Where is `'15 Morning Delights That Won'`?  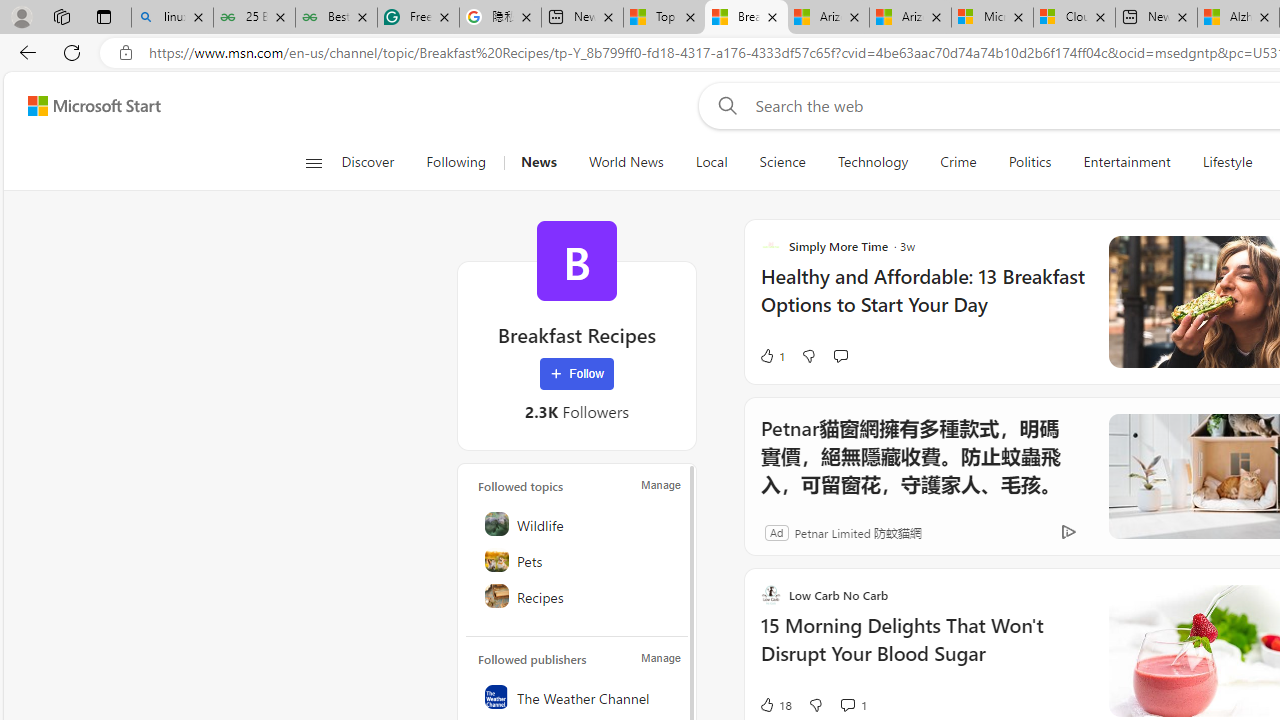
'15 Morning Delights That Won' is located at coordinates (921, 650).